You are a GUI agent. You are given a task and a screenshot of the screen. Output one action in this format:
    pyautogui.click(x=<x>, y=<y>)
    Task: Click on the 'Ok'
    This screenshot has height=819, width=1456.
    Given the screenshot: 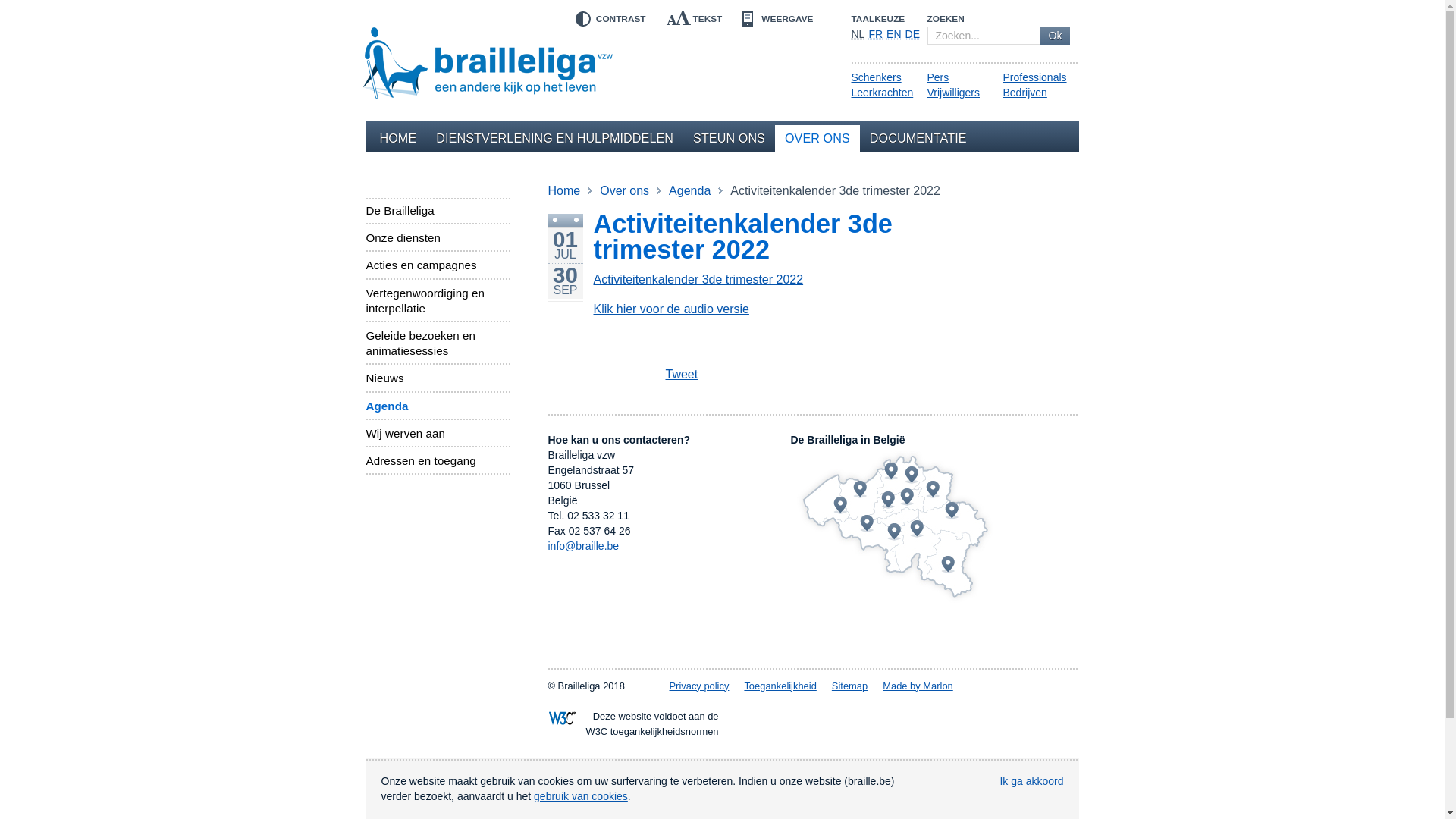 What is the action you would take?
    pyautogui.click(x=1040, y=35)
    